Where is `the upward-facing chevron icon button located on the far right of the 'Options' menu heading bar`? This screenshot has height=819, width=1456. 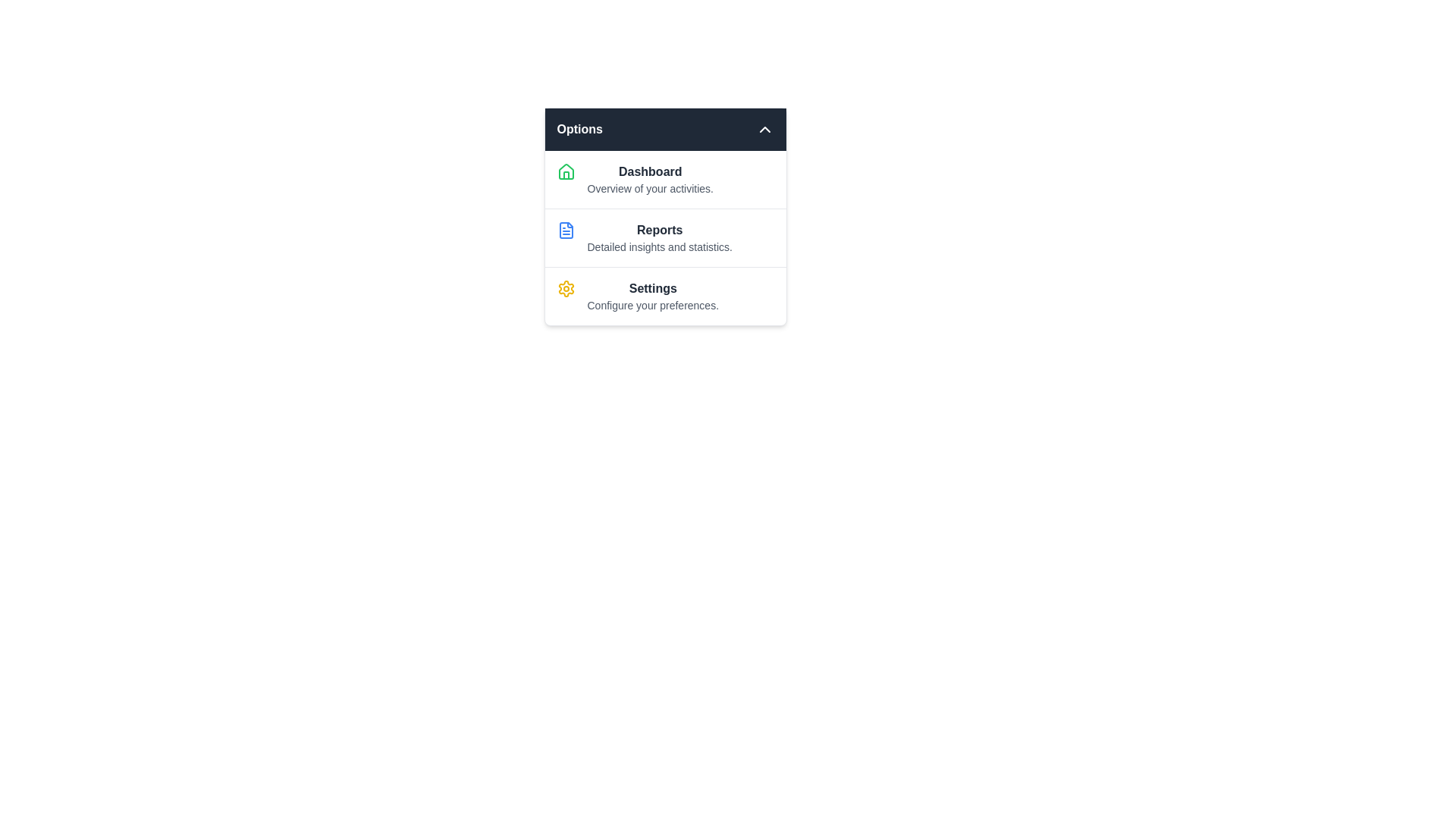 the upward-facing chevron icon button located on the far right of the 'Options' menu heading bar is located at coordinates (764, 128).